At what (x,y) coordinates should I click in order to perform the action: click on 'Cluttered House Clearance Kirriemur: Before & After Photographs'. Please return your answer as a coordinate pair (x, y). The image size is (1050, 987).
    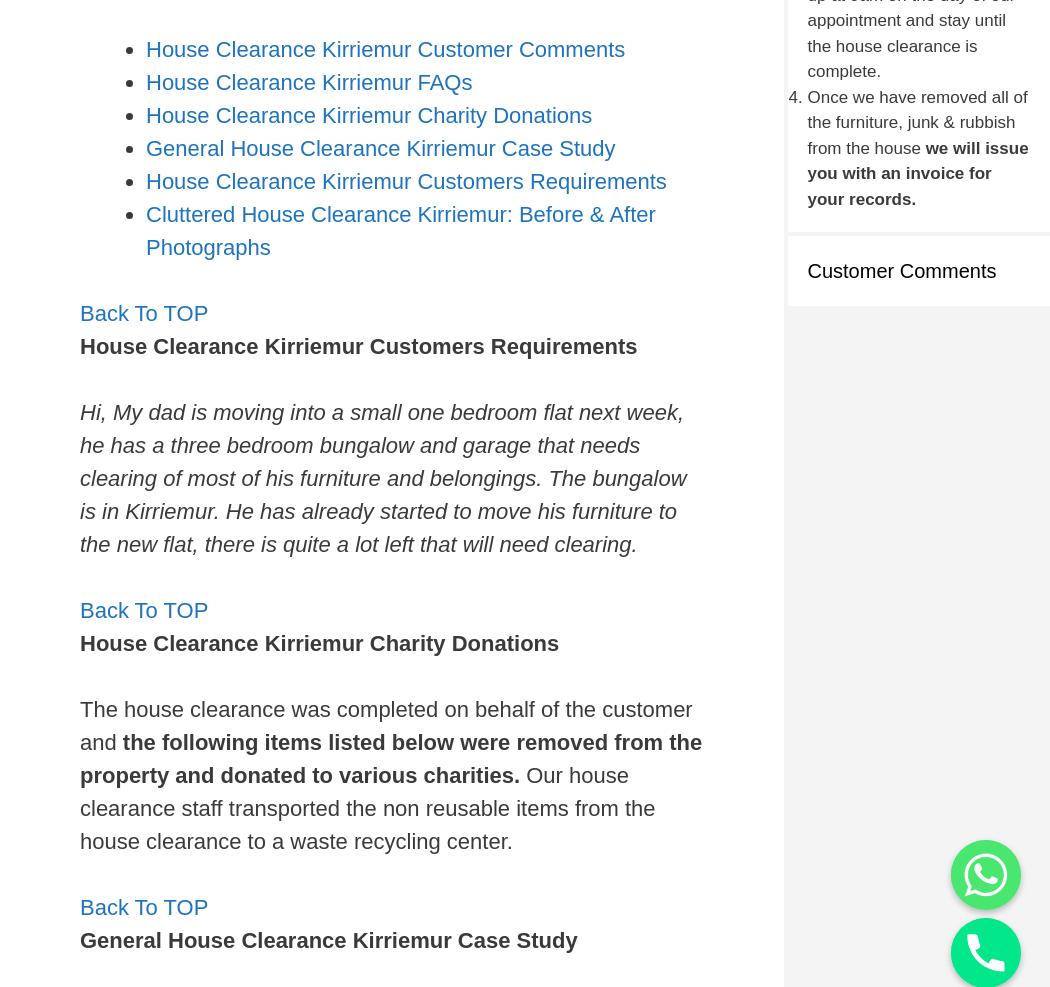
    Looking at the image, I should click on (400, 229).